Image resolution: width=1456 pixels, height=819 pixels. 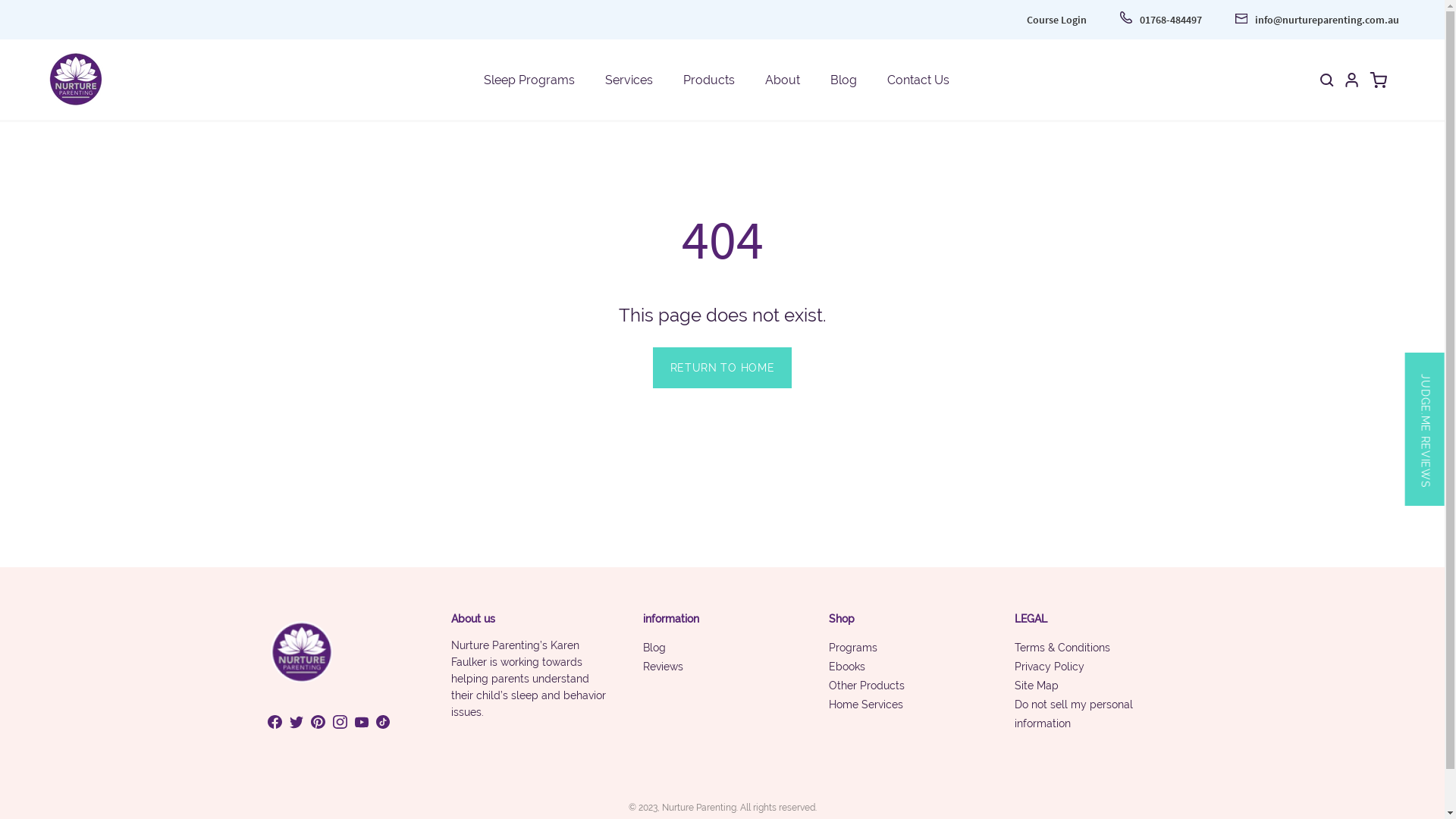 What do you see at coordinates (917, 79) in the screenshot?
I see `'Contact Us'` at bounding box center [917, 79].